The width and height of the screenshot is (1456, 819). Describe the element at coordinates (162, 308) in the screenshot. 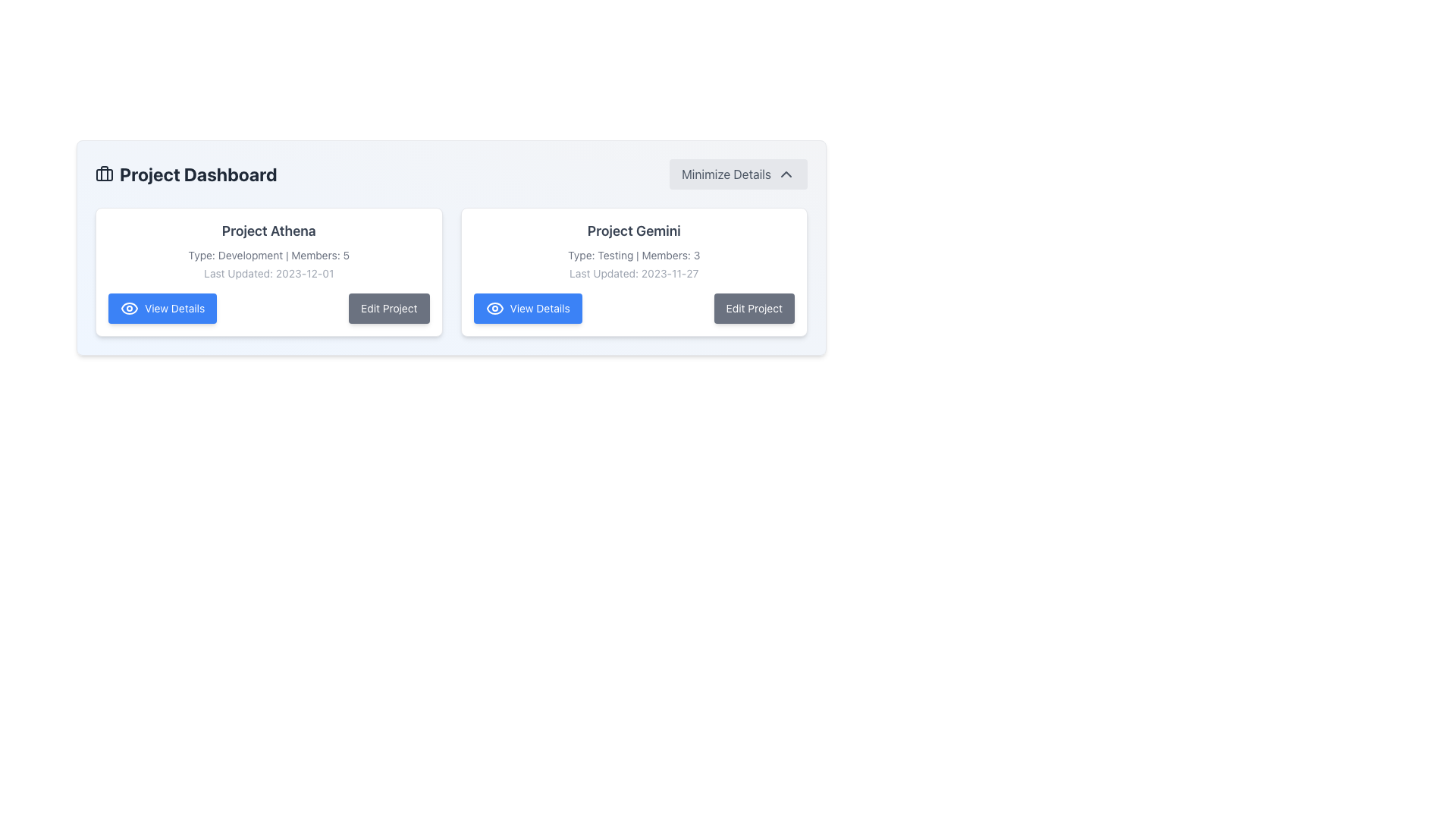

I see `the bright blue 'View Details' button located at the bottom of the 'Project Athena' card in the 'Project Dashboard'` at that location.